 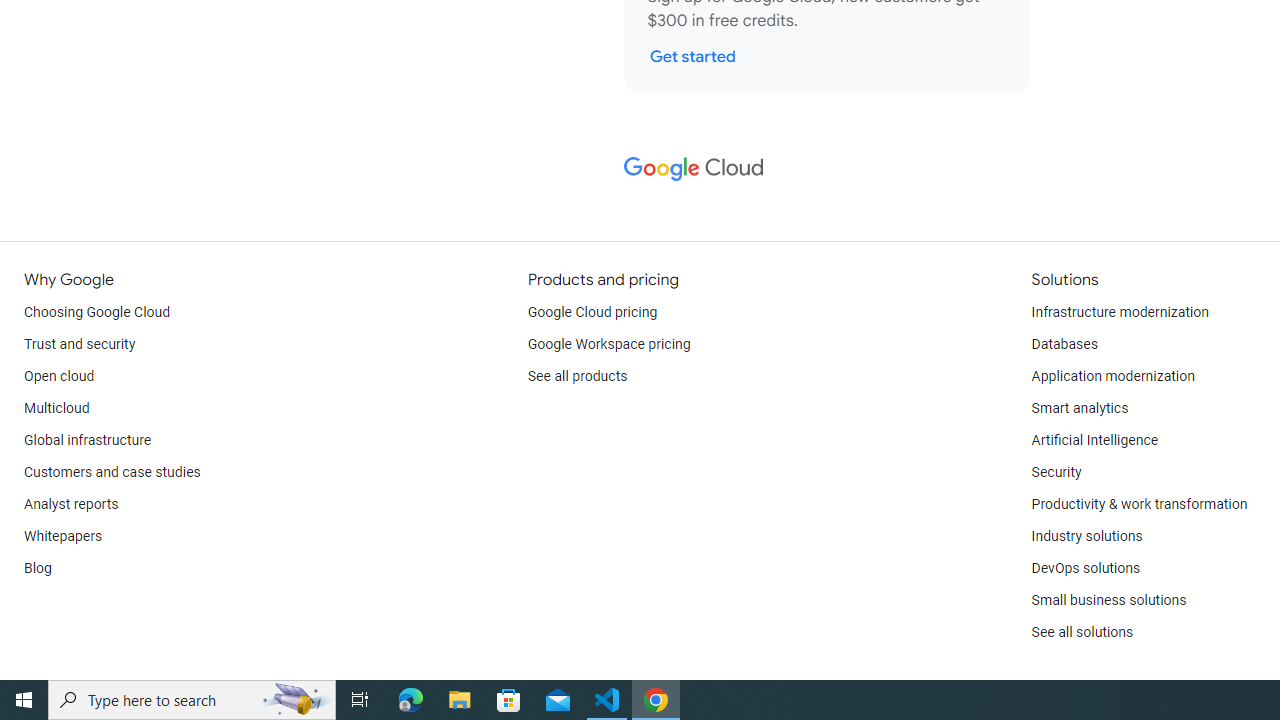 What do you see at coordinates (56, 407) in the screenshot?
I see `'Multicloud'` at bounding box center [56, 407].